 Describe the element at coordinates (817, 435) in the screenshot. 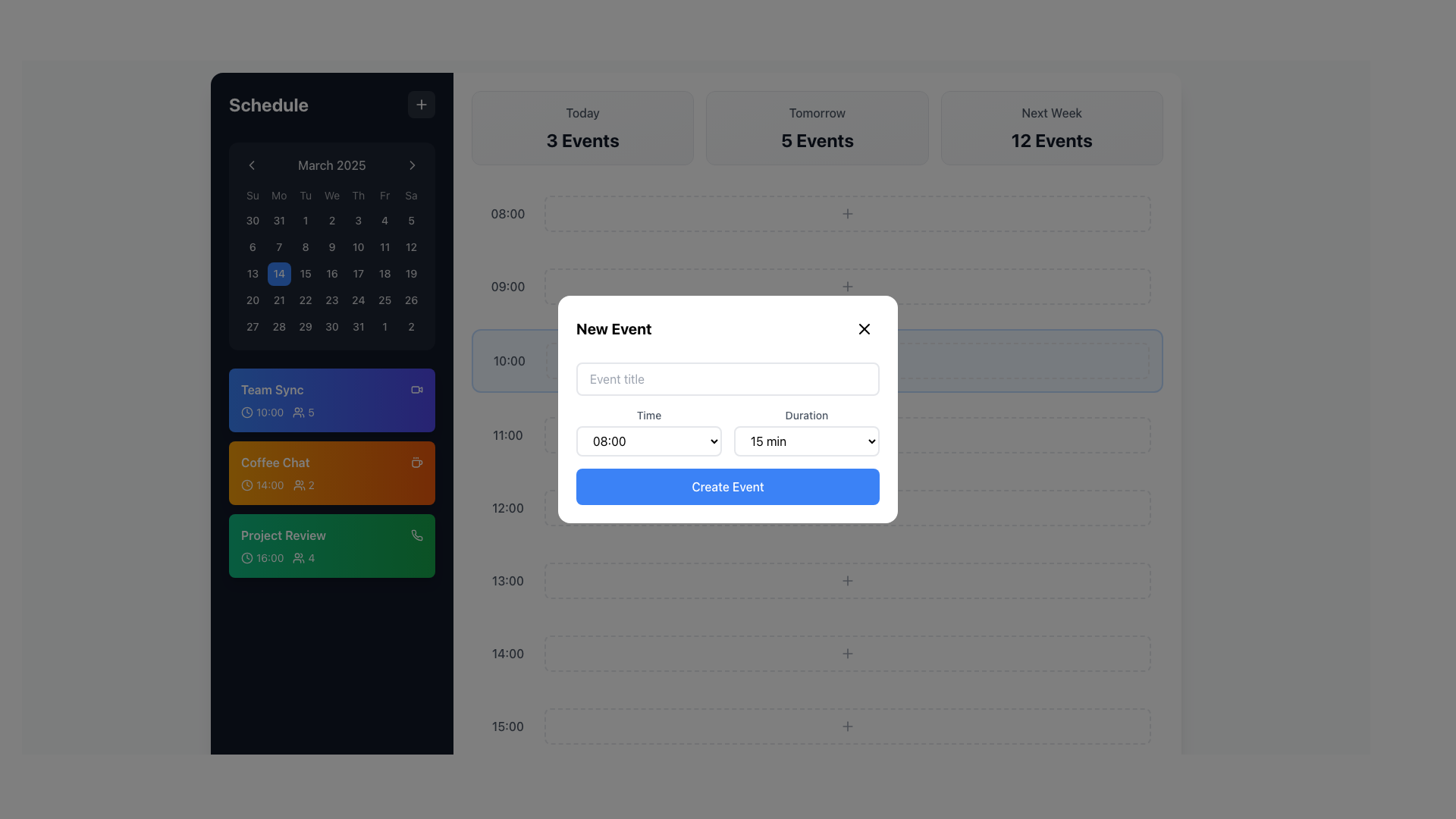

I see `the fourth time slot in the schedule, located below the 'New Event' dialog box and aligned with the 'Time' selector` at that location.